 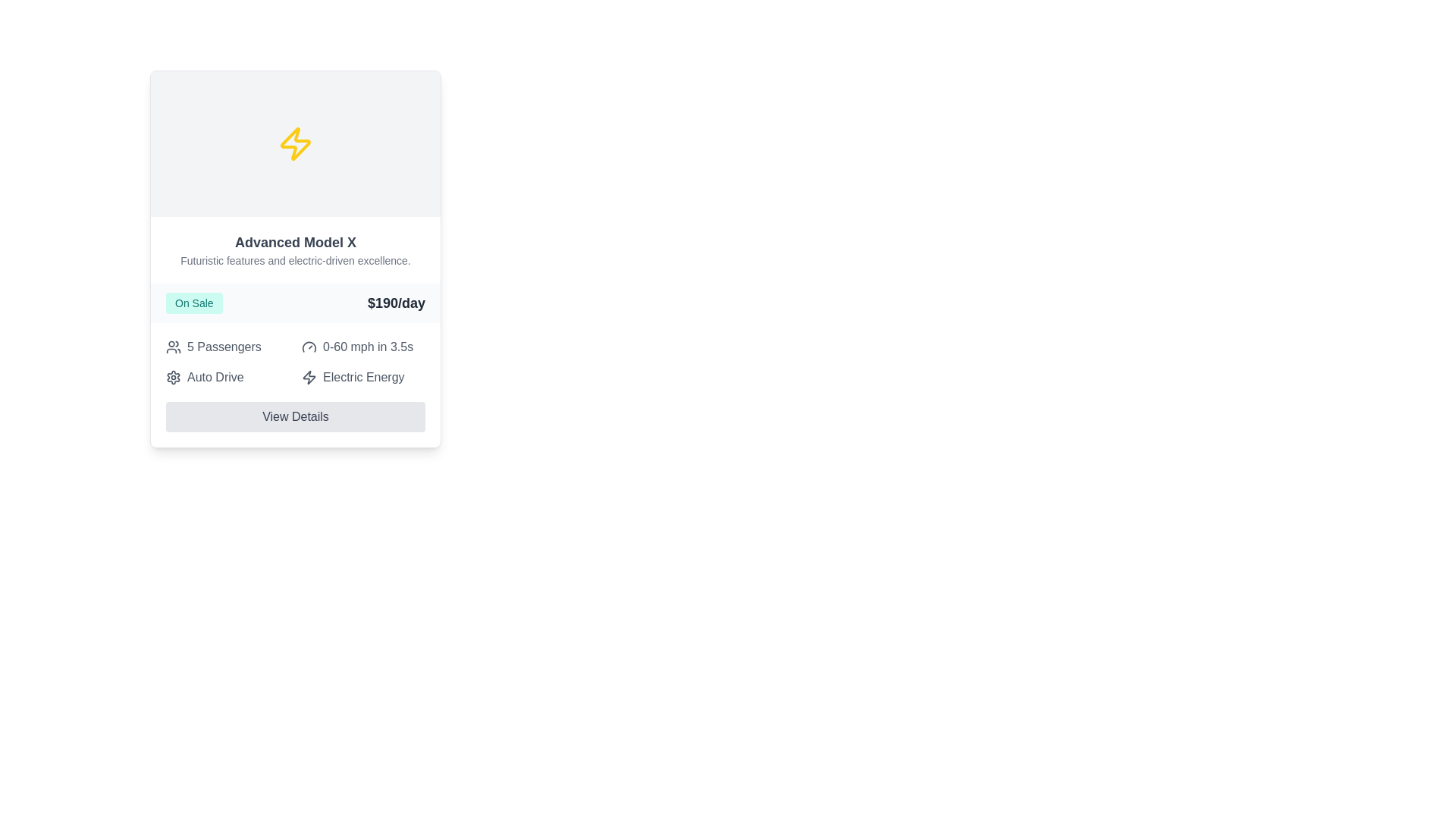 What do you see at coordinates (362, 376) in the screenshot?
I see `the informative label with an icon indicating electric energy, located in the lower-right section of the grid interface, below 'Auto Drive' and to the right of '5 Passengers'` at bounding box center [362, 376].